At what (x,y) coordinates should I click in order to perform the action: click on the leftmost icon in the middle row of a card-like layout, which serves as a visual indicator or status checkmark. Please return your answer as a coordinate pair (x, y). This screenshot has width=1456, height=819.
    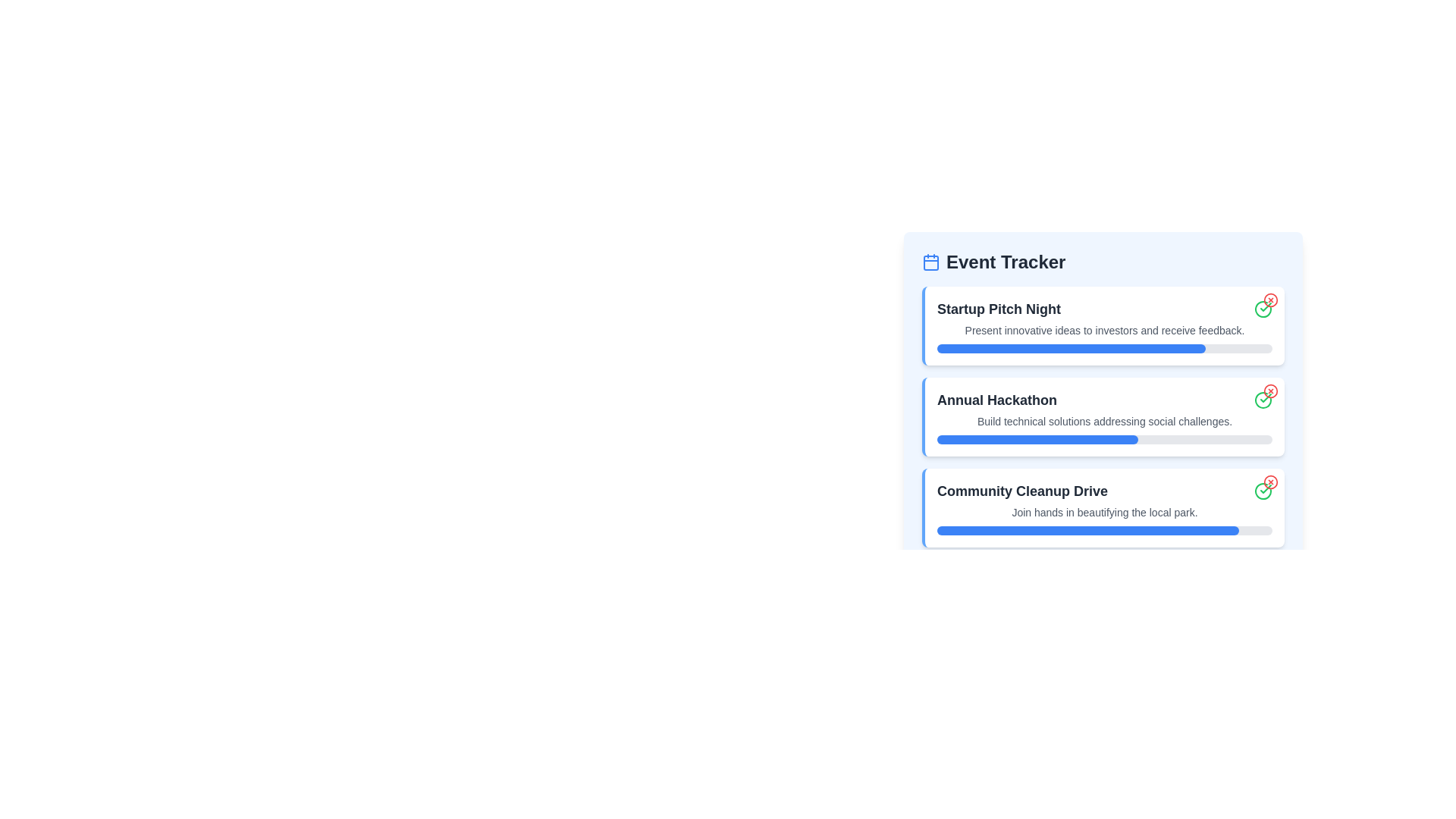
    Looking at the image, I should click on (1263, 309).